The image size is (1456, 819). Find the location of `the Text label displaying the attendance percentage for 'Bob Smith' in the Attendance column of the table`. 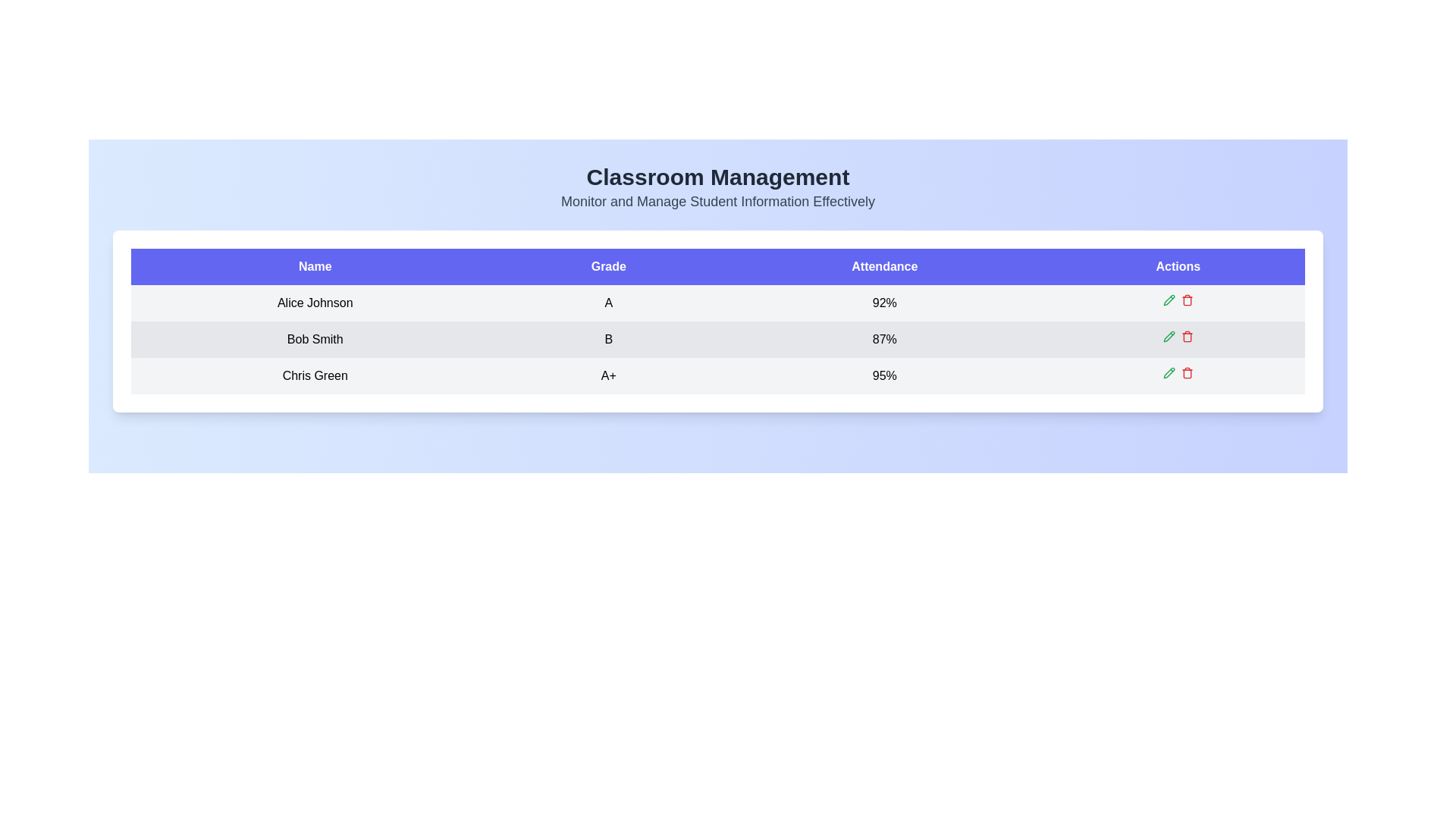

the Text label displaying the attendance percentage for 'Bob Smith' in the Attendance column of the table is located at coordinates (884, 338).